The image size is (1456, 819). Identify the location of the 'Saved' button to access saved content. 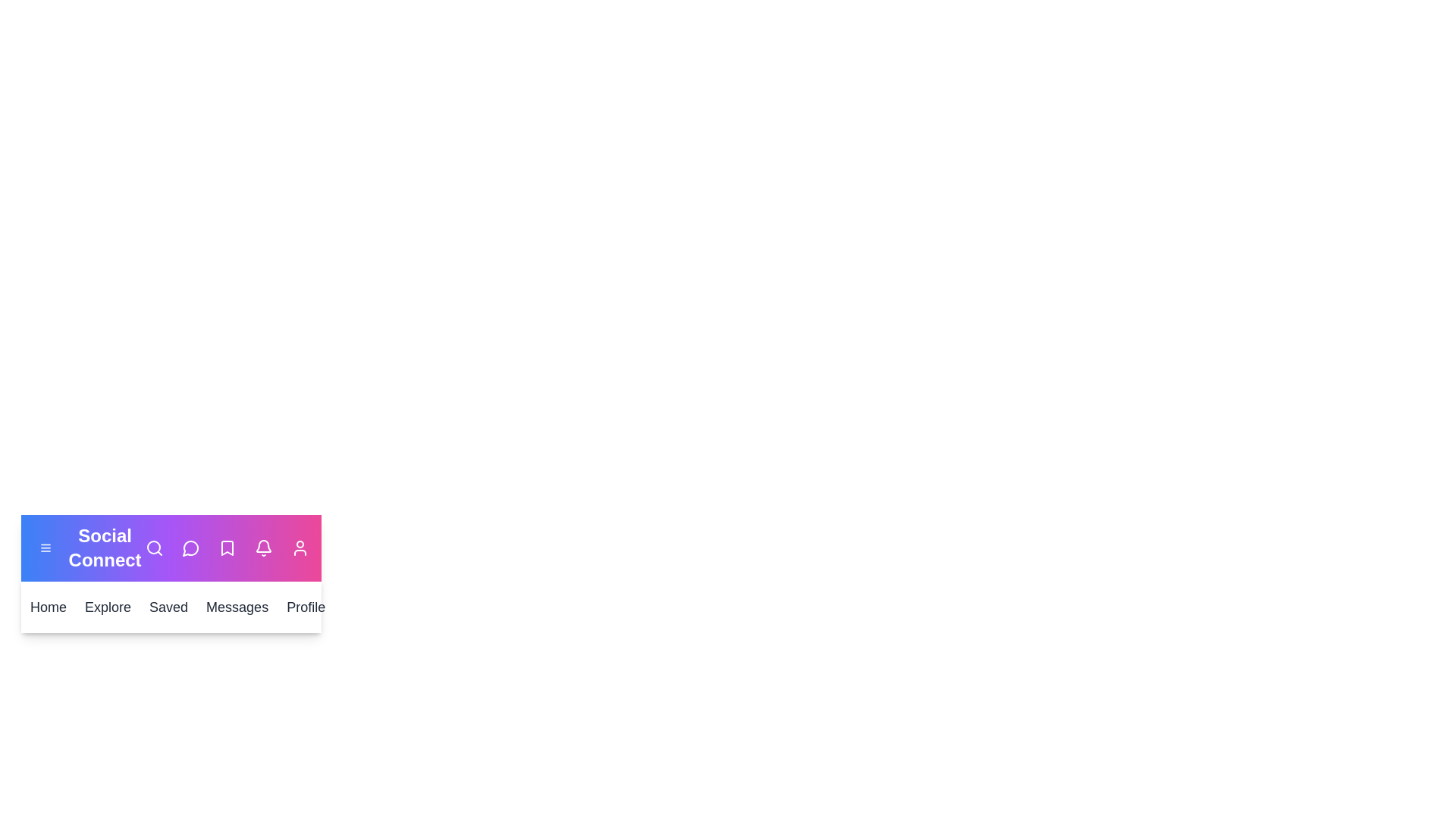
(168, 607).